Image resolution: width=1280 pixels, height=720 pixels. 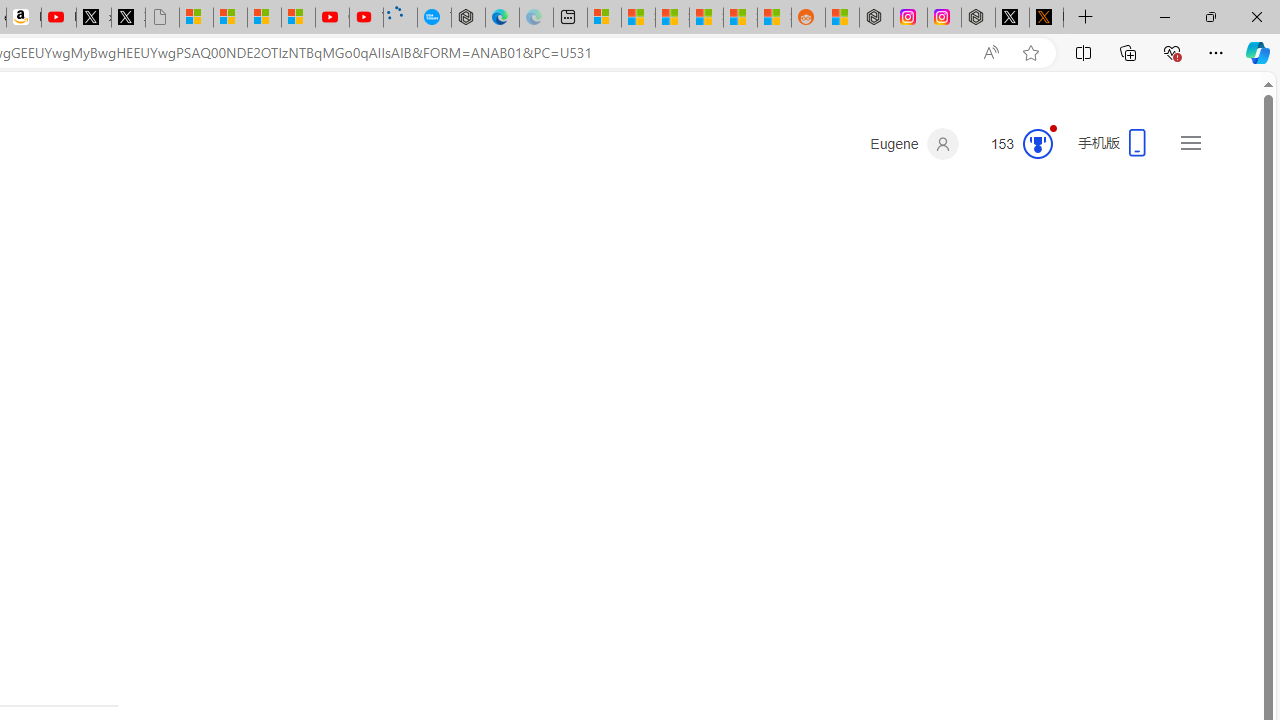 What do you see at coordinates (1031, 52) in the screenshot?
I see `'Add this page to favorites (Ctrl+D)'` at bounding box center [1031, 52].